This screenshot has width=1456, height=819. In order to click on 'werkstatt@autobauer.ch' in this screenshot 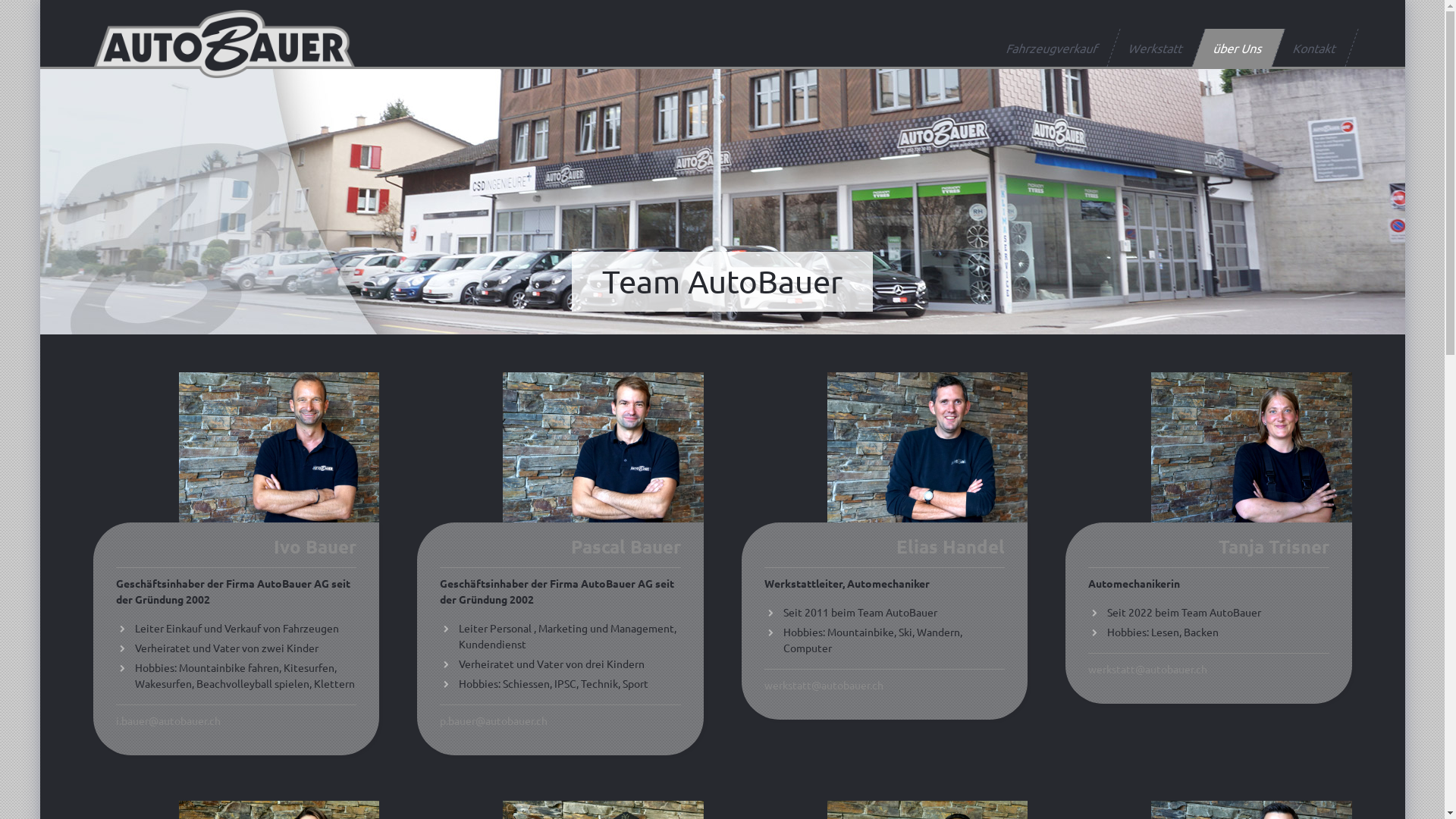, I will do `click(823, 684)`.